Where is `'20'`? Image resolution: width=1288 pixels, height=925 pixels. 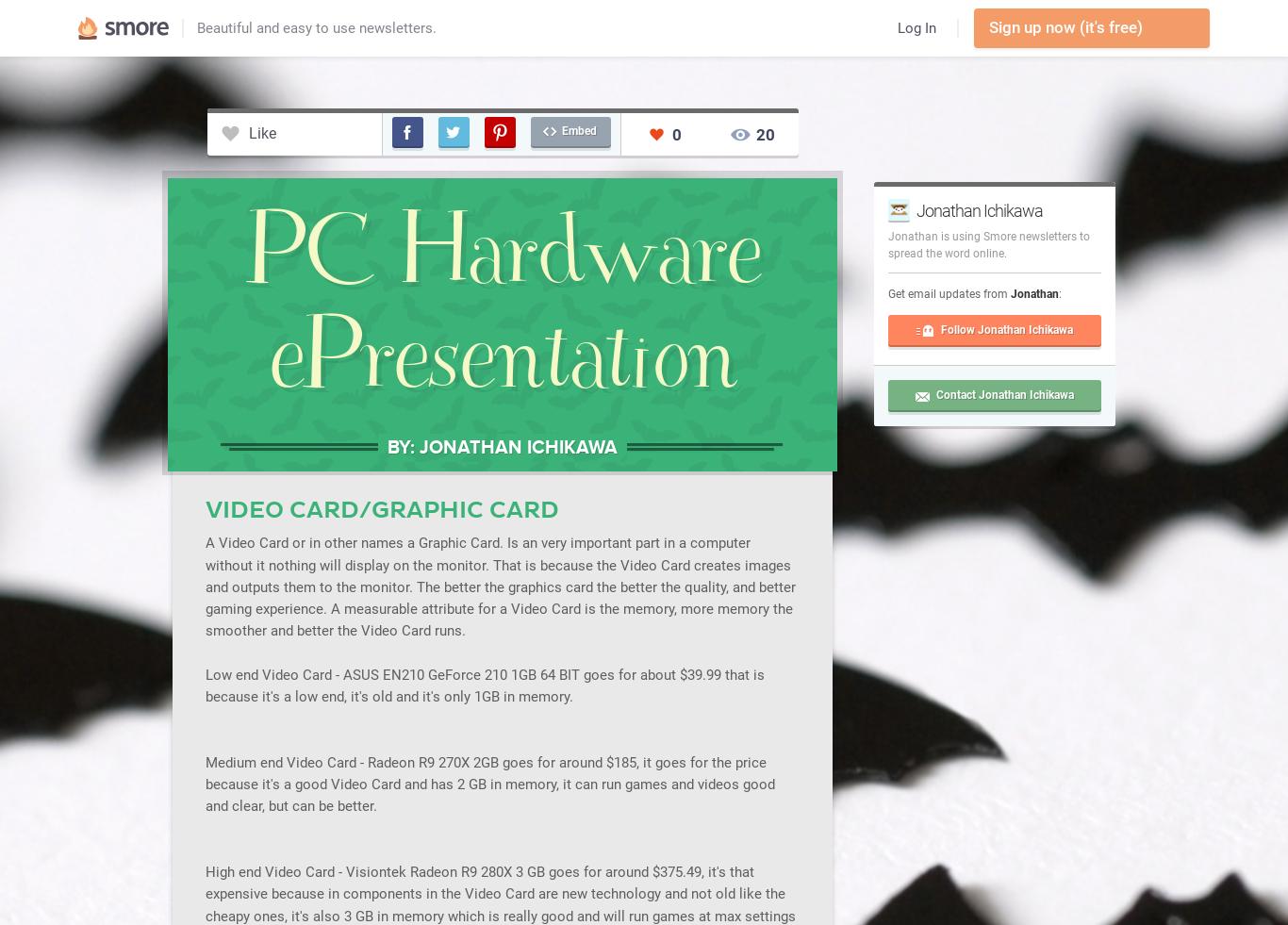 '20' is located at coordinates (763, 133).